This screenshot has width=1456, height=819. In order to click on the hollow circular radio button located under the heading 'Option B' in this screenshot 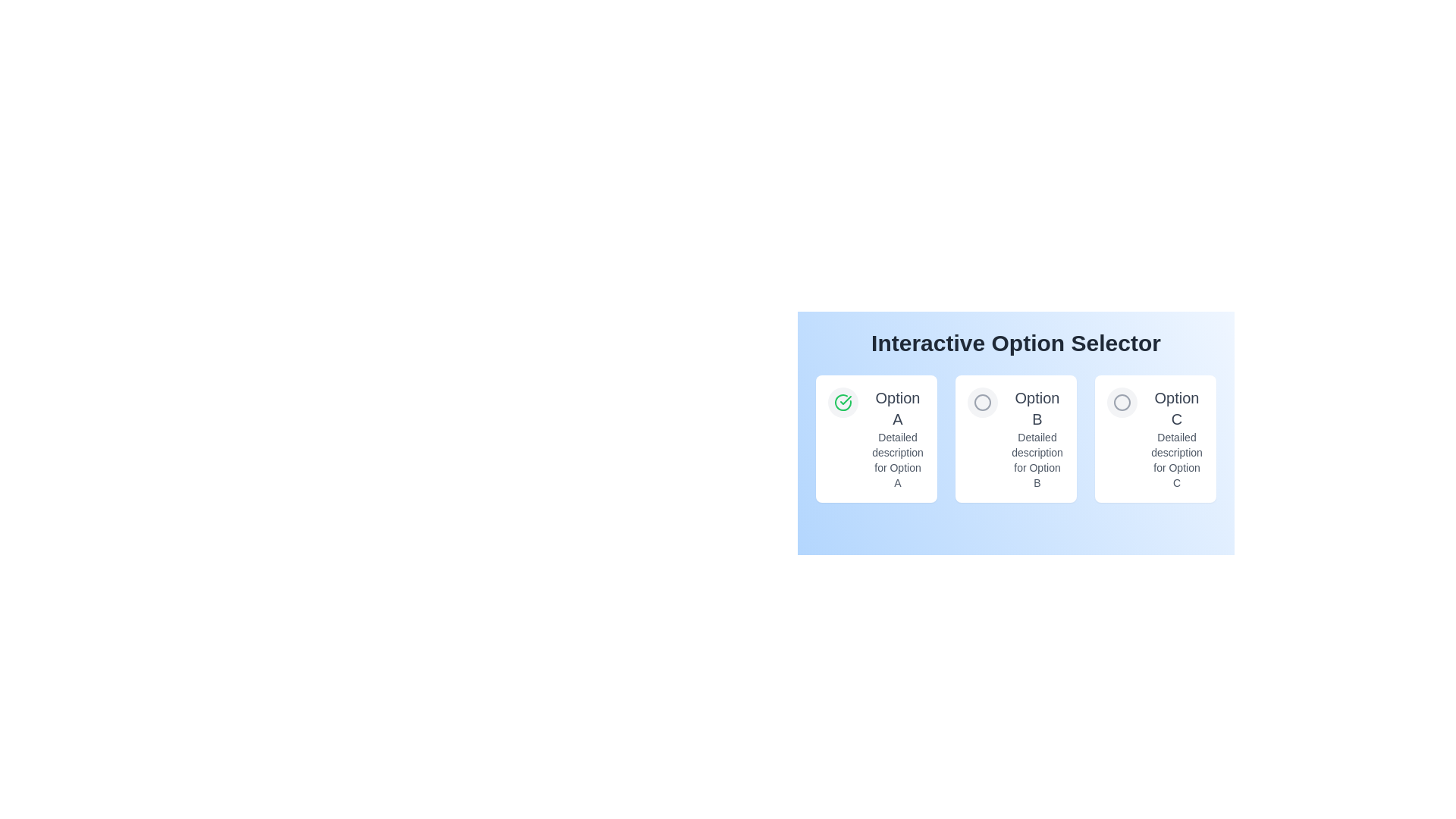, I will do `click(983, 402)`.